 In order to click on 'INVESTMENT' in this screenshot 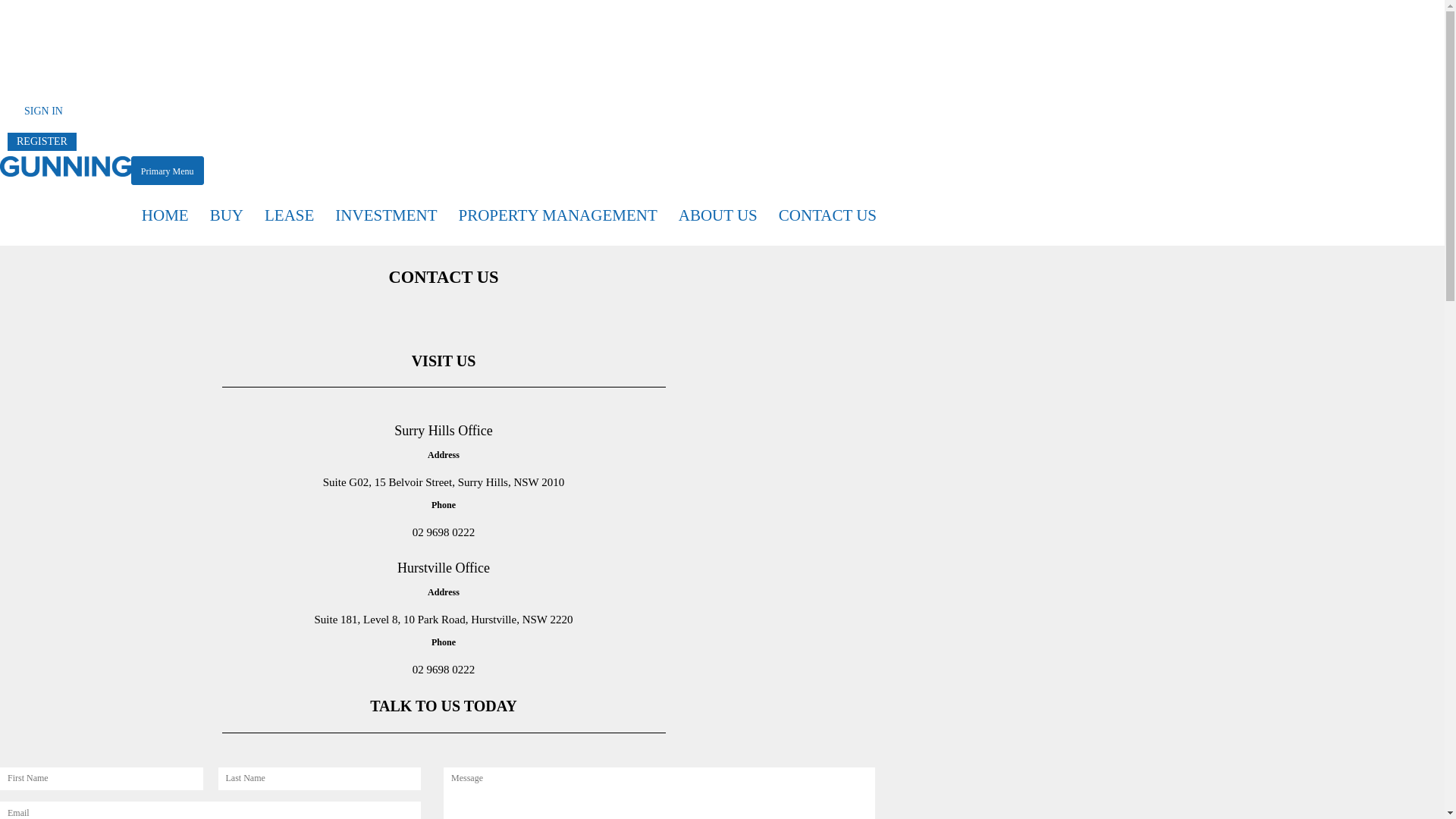, I will do `click(385, 215)`.